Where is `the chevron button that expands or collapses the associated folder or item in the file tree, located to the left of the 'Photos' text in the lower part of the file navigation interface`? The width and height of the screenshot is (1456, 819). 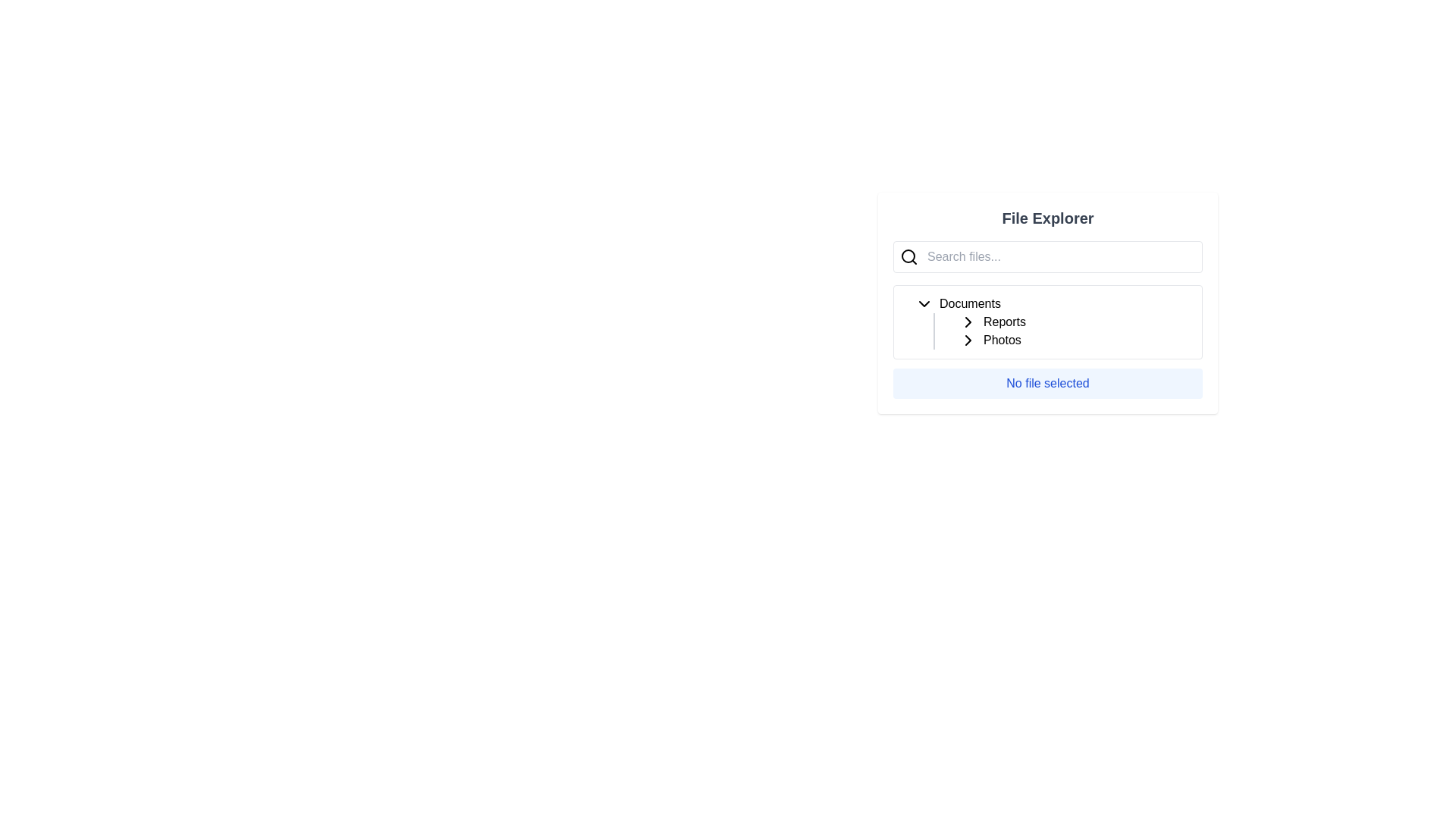 the chevron button that expands or collapses the associated folder or item in the file tree, located to the left of the 'Photos' text in the lower part of the file navigation interface is located at coordinates (967, 339).